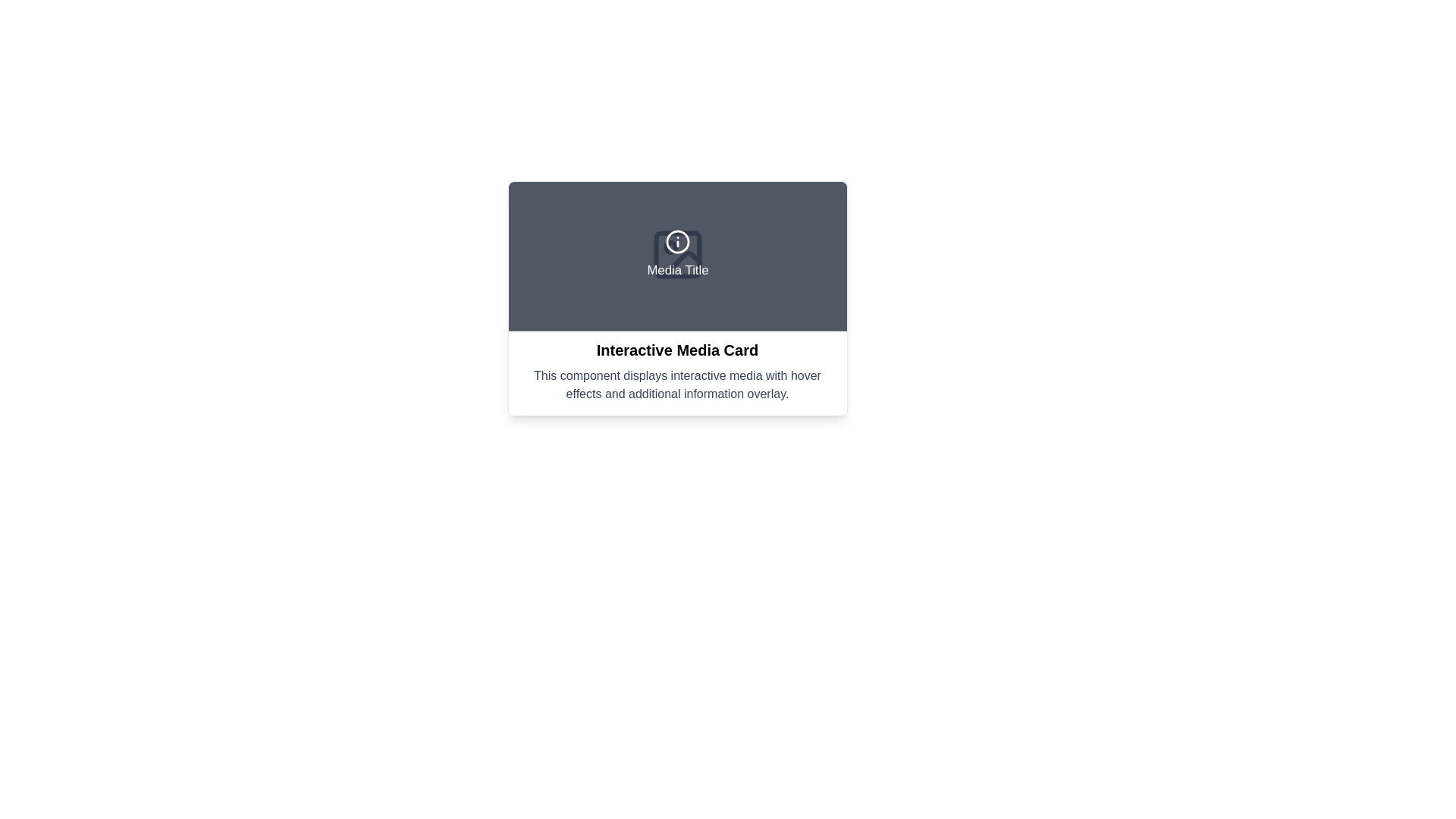 This screenshot has width=1456, height=819. Describe the element at coordinates (676, 253) in the screenshot. I see `the small light gray rectangle with rounded edges that is part of the icon graphic located below the circular 'i' icon in the 'Media Title' card` at that location.